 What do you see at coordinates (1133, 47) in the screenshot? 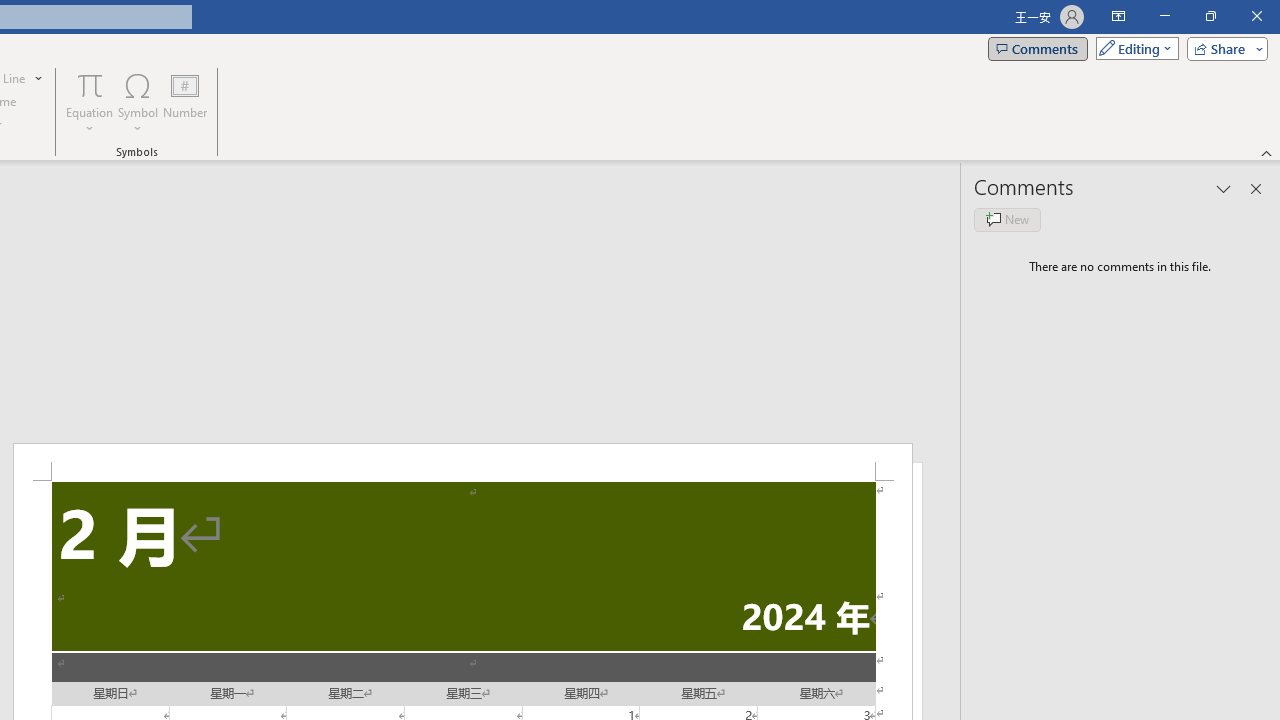
I see `'Mode'` at bounding box center [1133, 47].